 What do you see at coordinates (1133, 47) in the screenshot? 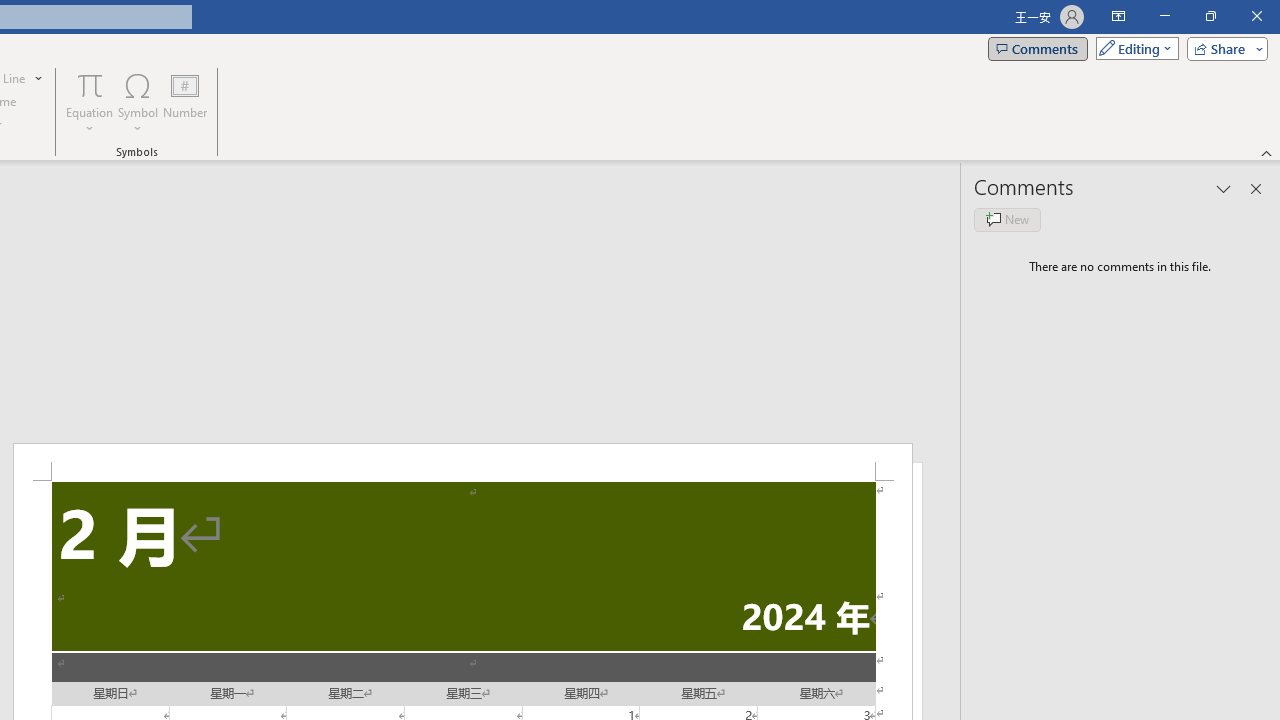
I see `'Mode'` at bounding box center [1133, 47].